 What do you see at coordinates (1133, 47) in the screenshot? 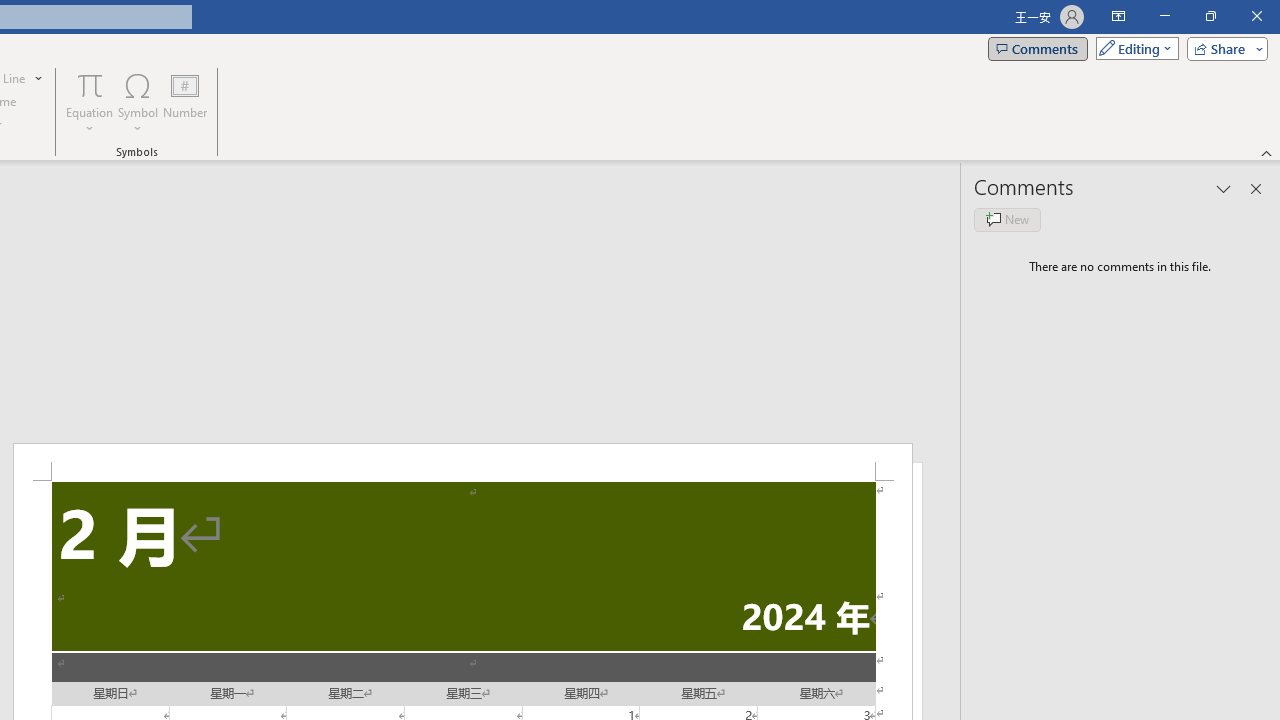
I see `'Mode'` at bounding box center [1133, 47].